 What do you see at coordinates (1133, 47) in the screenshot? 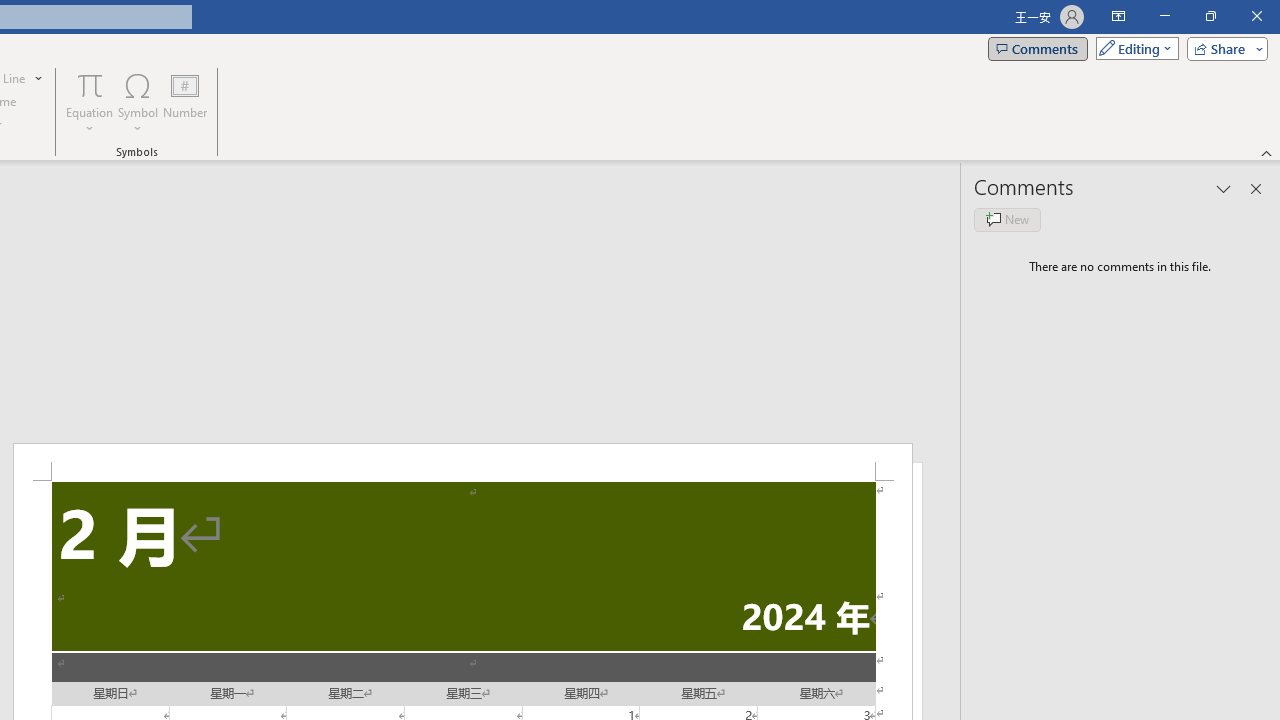
I see `'Mode'` at bounding box center [1133, 47].